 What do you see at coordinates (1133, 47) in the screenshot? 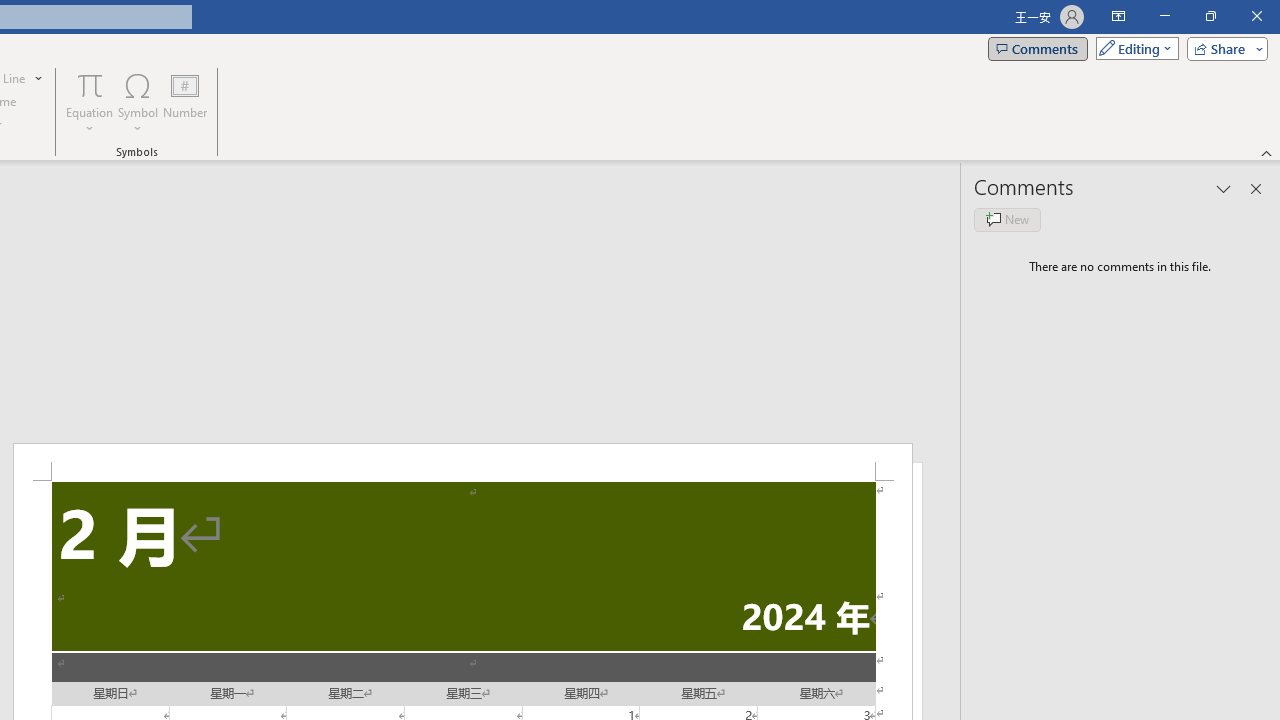
I see `'Mode'` at bounding box center [1133, 47].